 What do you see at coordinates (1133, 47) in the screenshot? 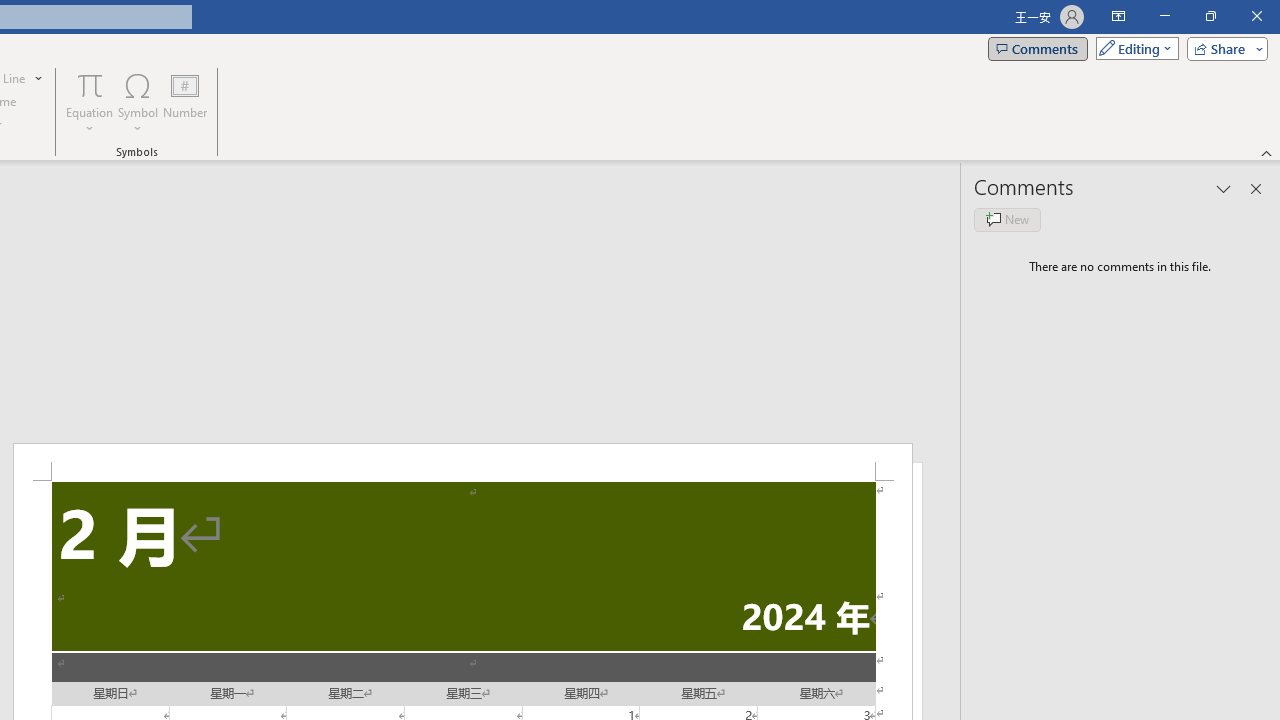
I see `'Mode'` at bounding box center [1133, 47].